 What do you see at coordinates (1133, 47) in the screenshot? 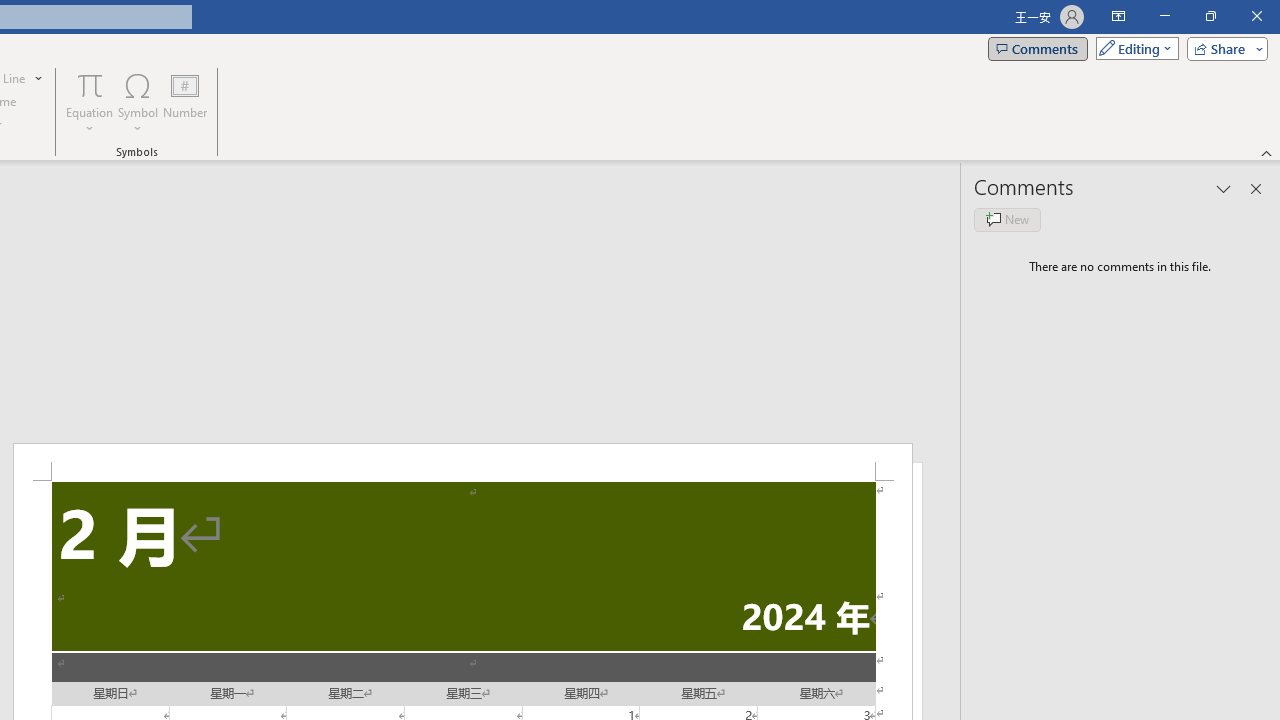
I see `'Mode'` at bounding box center [1133, 47].